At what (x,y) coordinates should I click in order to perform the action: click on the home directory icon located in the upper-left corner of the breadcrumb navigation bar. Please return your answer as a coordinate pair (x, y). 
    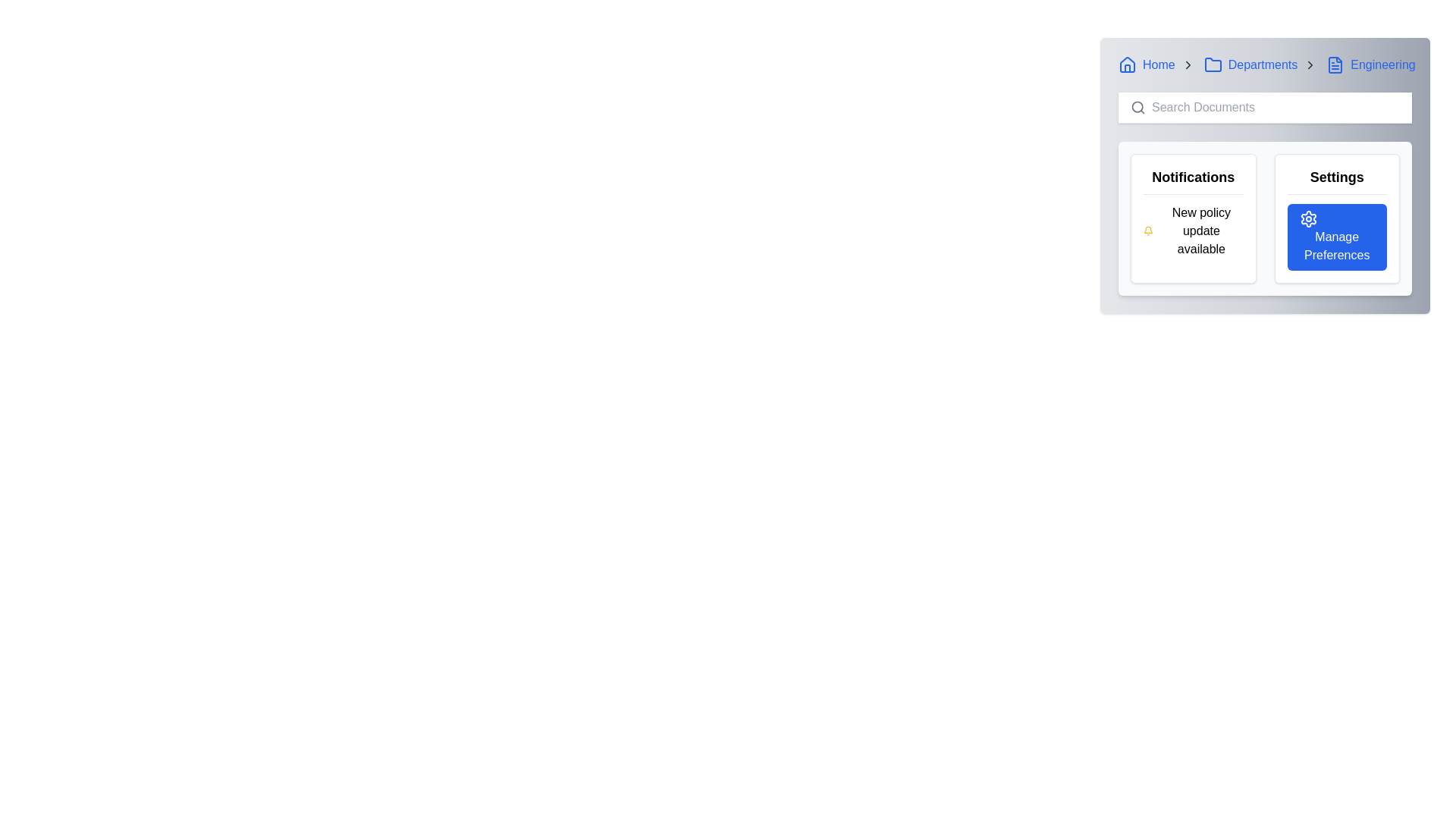
    Looking at the image, I should click on (1128, 63).